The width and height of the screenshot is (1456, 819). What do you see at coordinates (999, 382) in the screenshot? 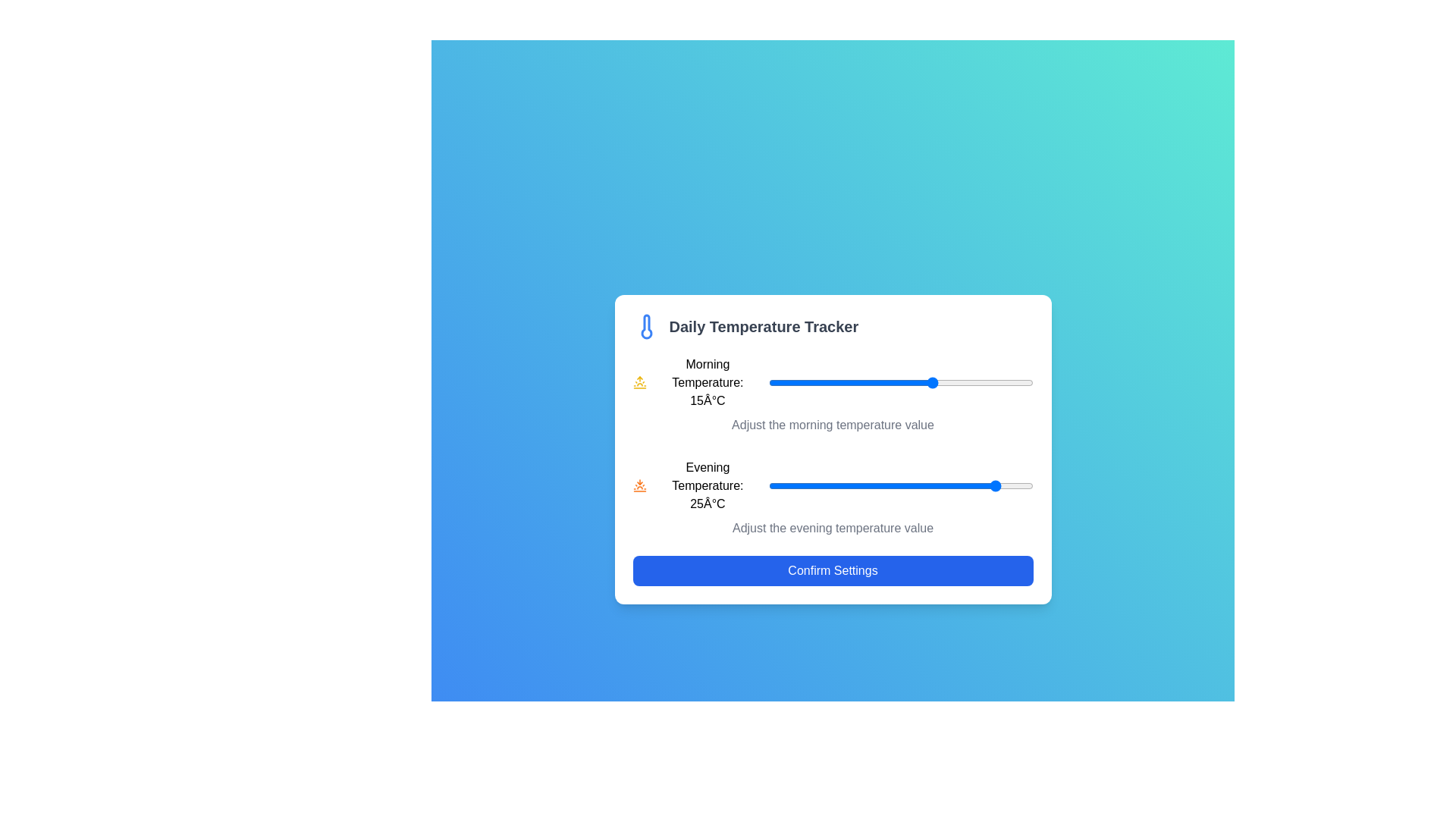
I see `the morning temperature slider to a value of 25` at bounding box center [999, 382].